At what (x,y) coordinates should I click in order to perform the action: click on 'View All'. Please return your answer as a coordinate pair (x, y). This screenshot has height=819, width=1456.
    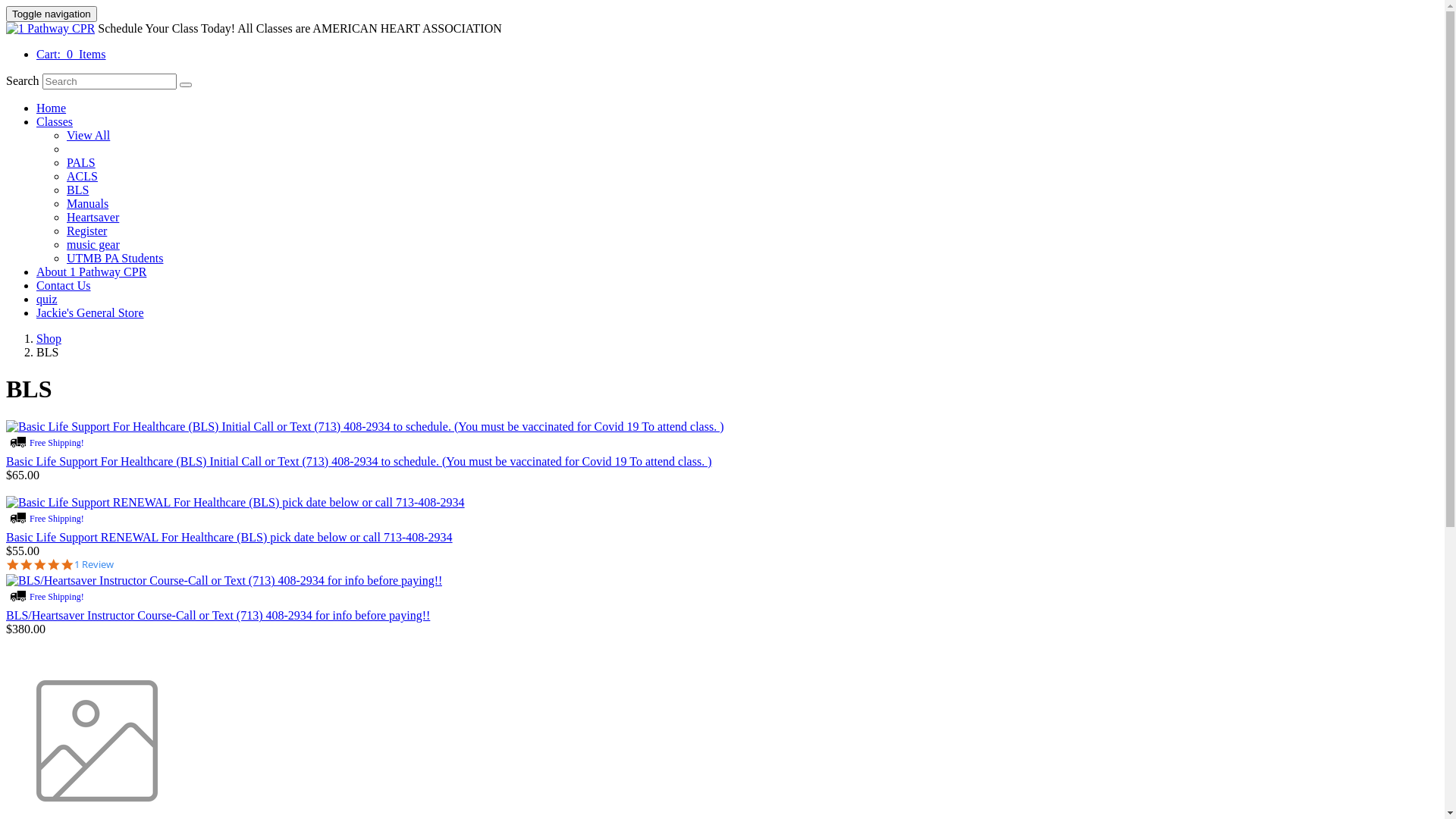
    Looking at the image, I should click on (87, 134).